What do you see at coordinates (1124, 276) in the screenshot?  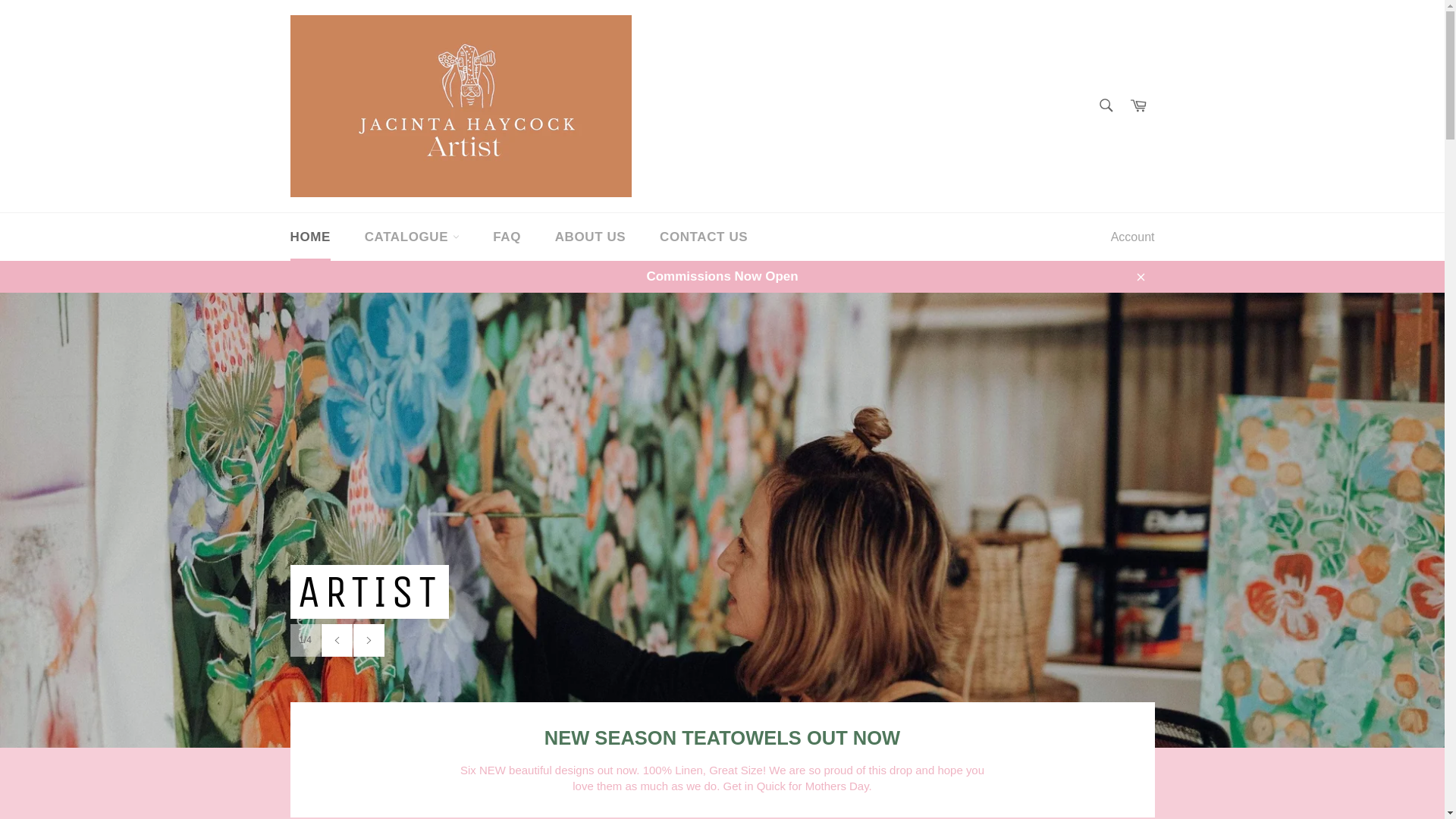 I see `'Close'` at bounding box center [1124, 276].